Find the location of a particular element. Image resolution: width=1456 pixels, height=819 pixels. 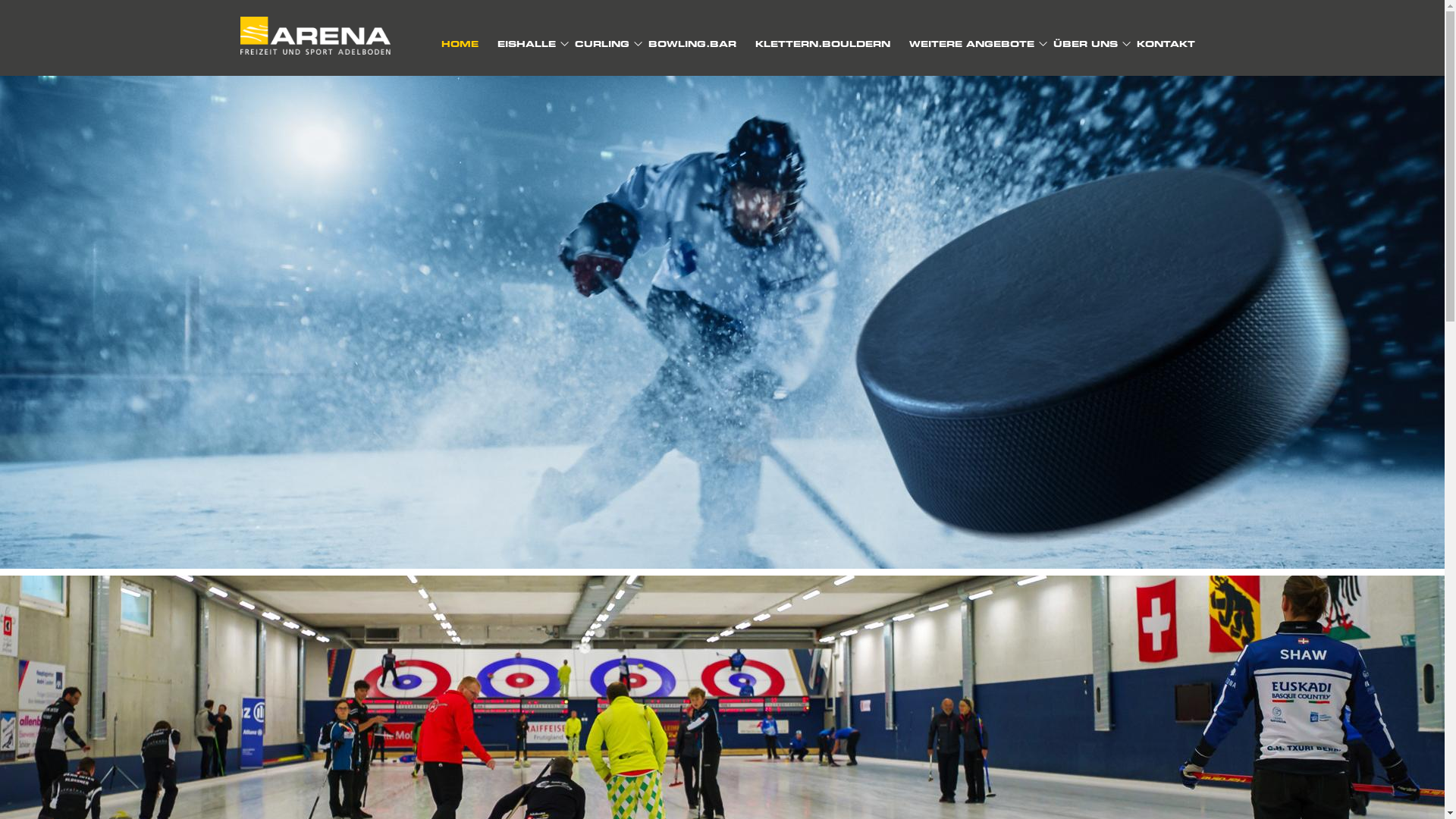

'WEITERE ANGEBOTE' is located at coordinates (971, 42).